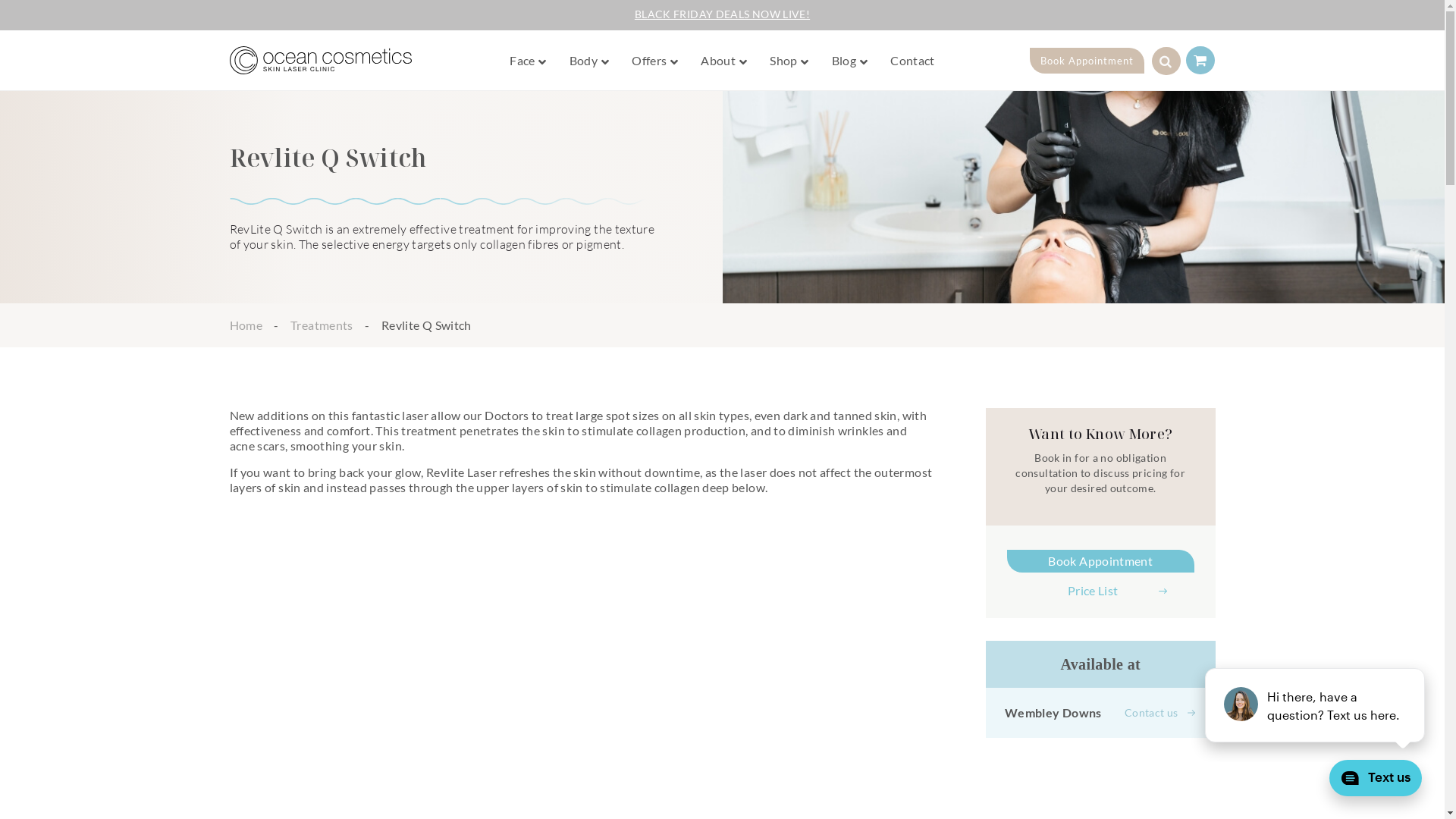  I want to click on 'Treatments', so click(321, 324).